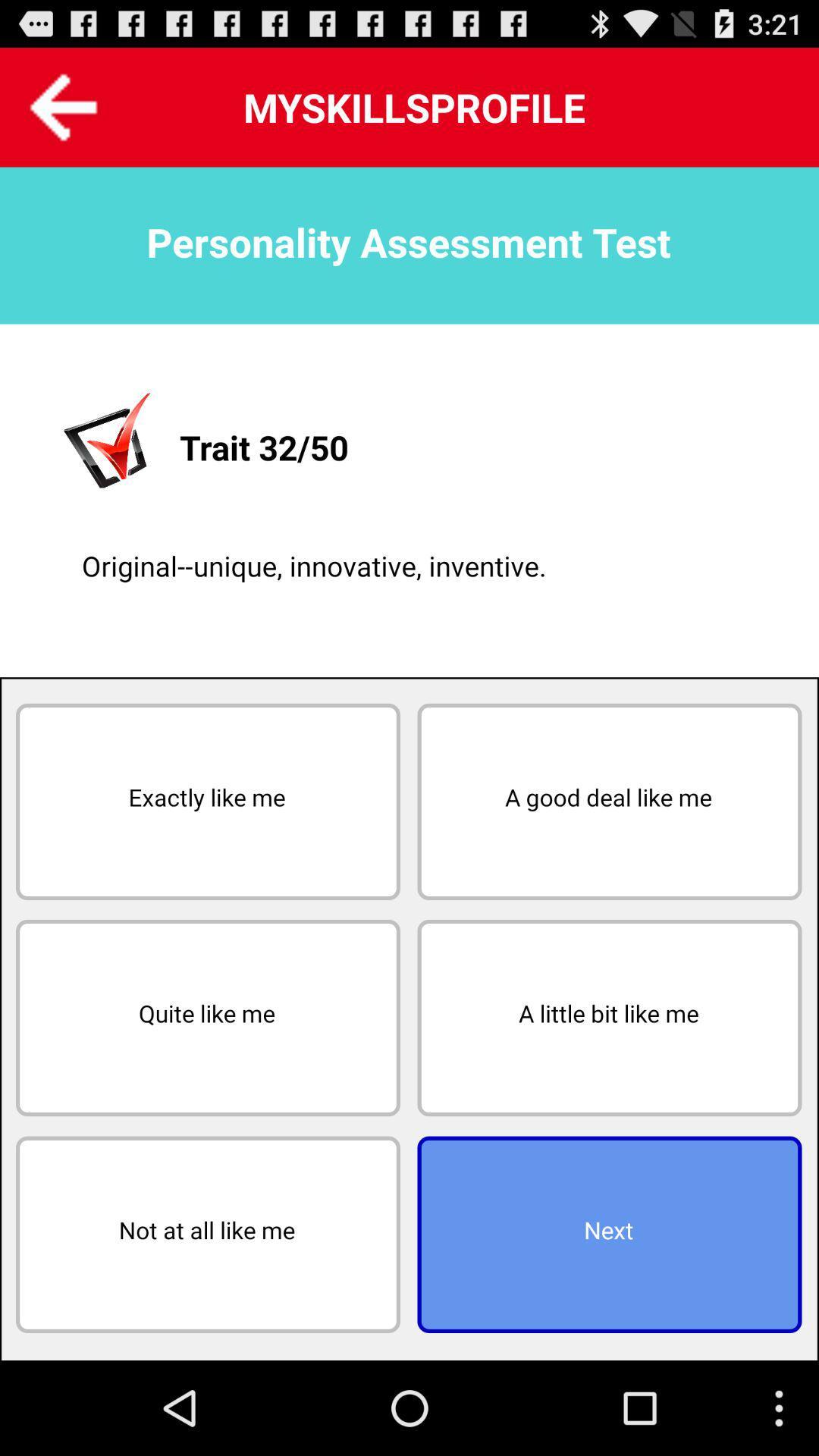 The image size is (819, 1456). I want to click on next item, so click(608, 1235).